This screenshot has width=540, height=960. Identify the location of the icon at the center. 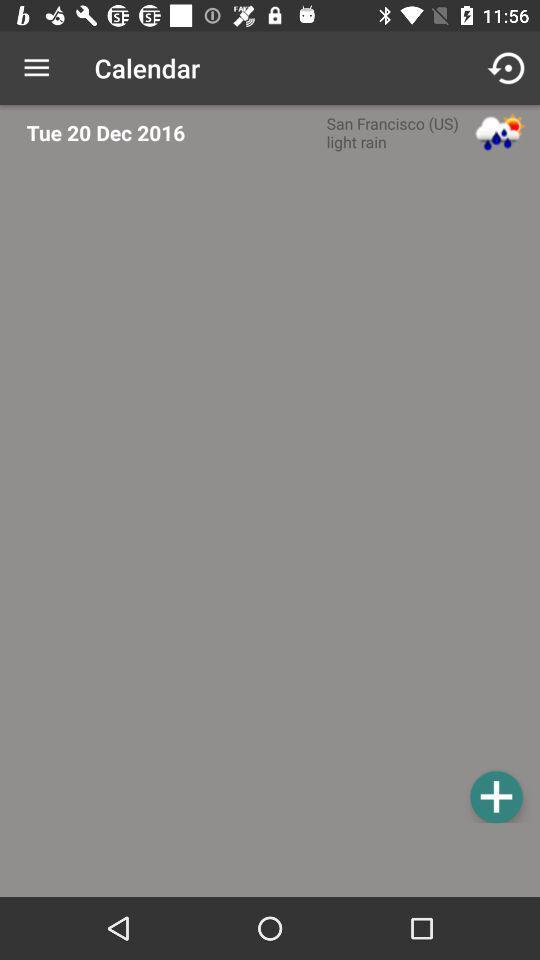
(275, 493).